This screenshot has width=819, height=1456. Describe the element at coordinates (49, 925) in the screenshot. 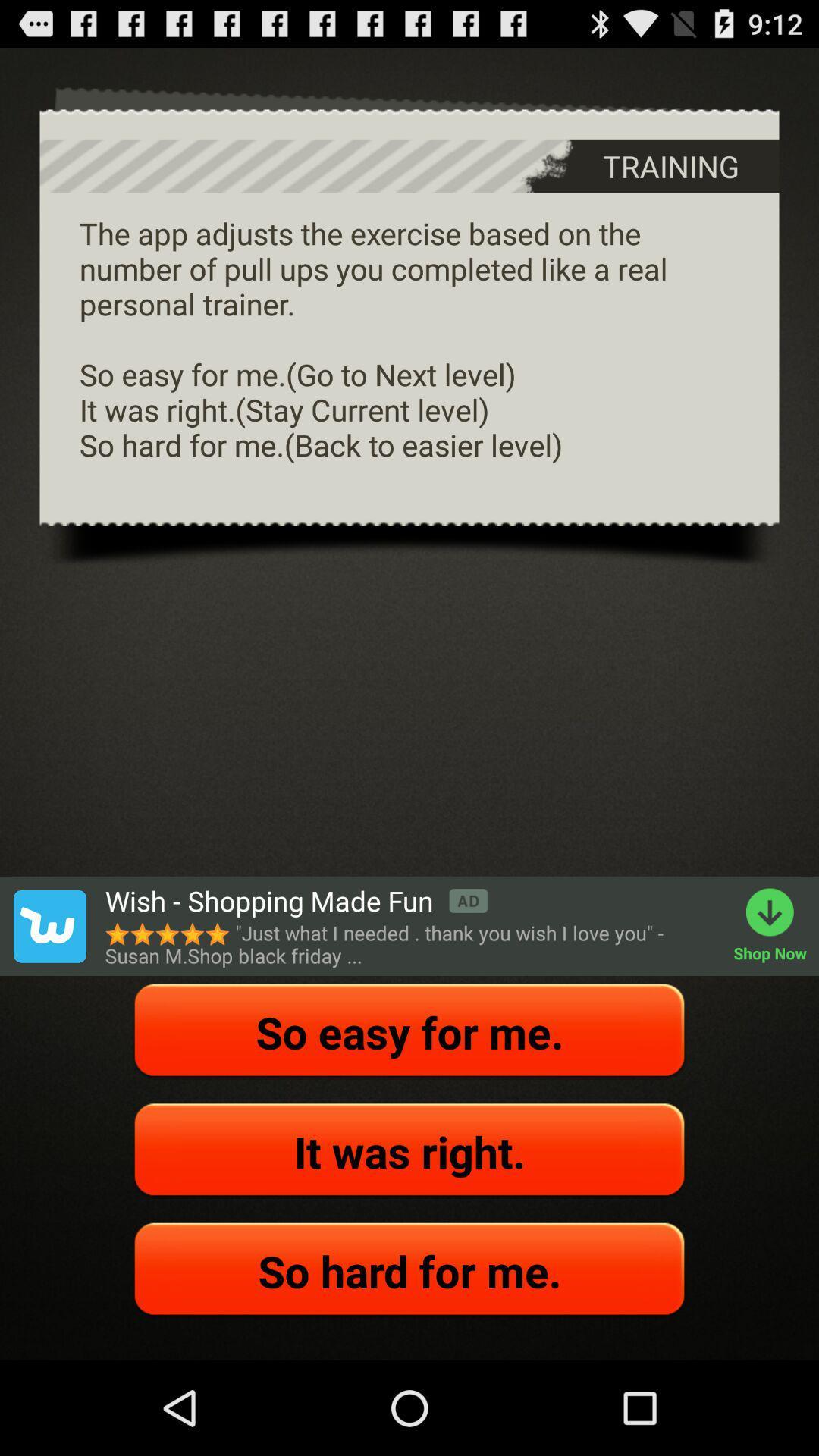

I see `open advertisement website` at that location.